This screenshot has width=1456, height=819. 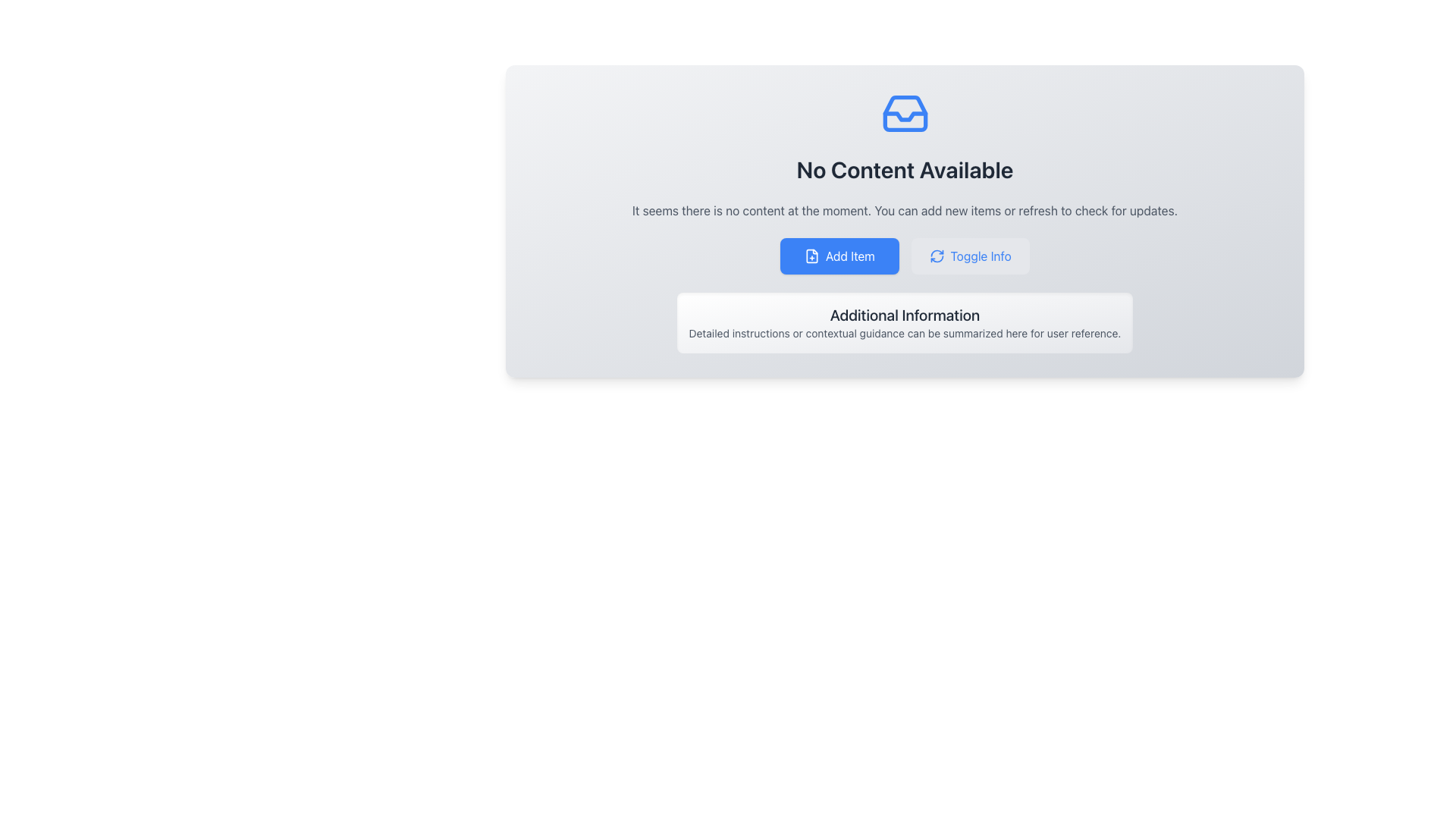 What do you see at coordinates (936, 256) in the screenshot?
I see `the toggle or refresh icon located to the left of the 'Toggle Info' text within the button component` at bounding box center [936, 256].